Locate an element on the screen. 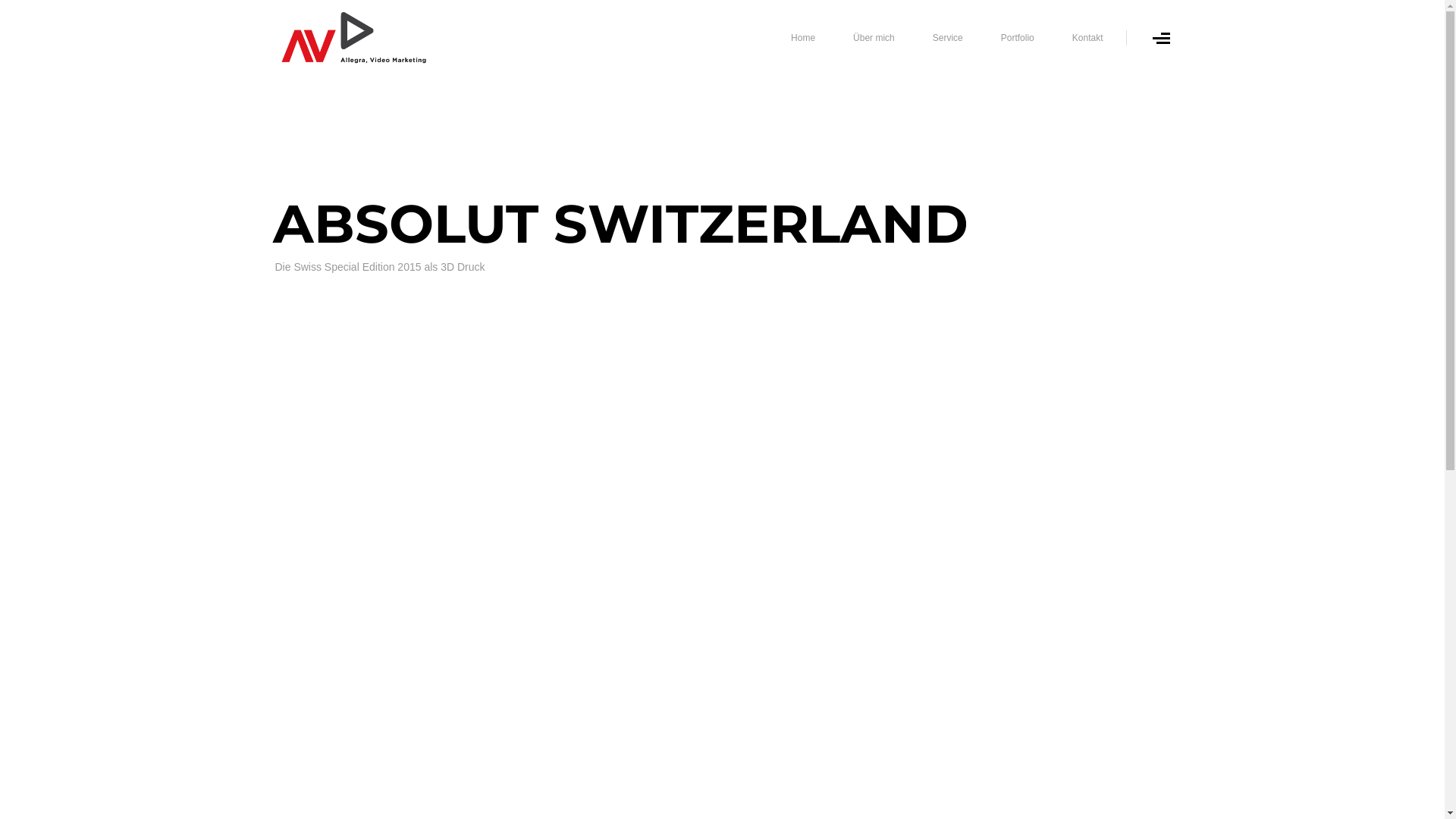 This screenshot has width=1456, height=819. 'Home' is located at coordinates (802, 37).